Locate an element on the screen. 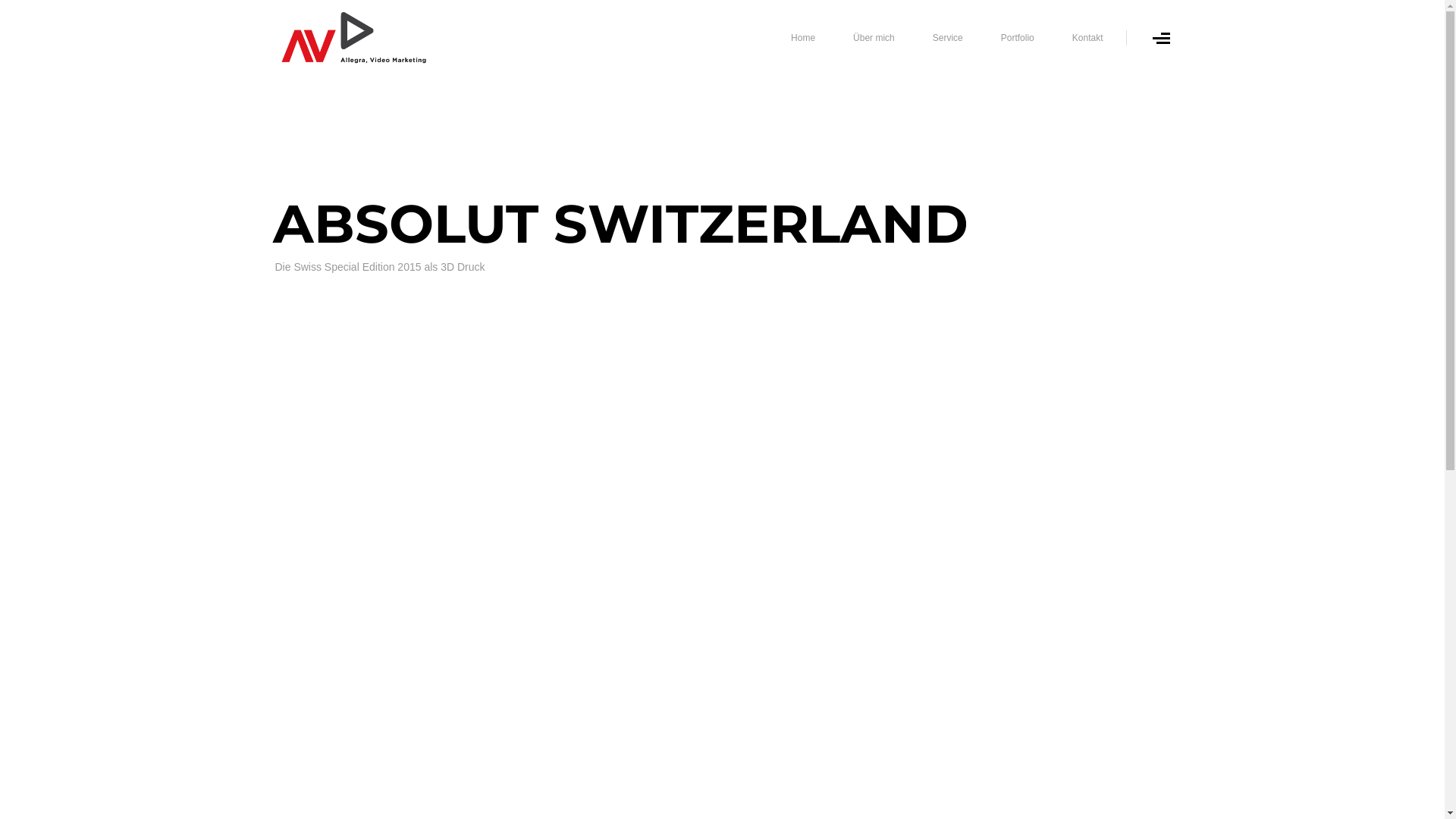 This screenshot has width=1456, height=819. 'Home' is located at coordinates (802, 37).